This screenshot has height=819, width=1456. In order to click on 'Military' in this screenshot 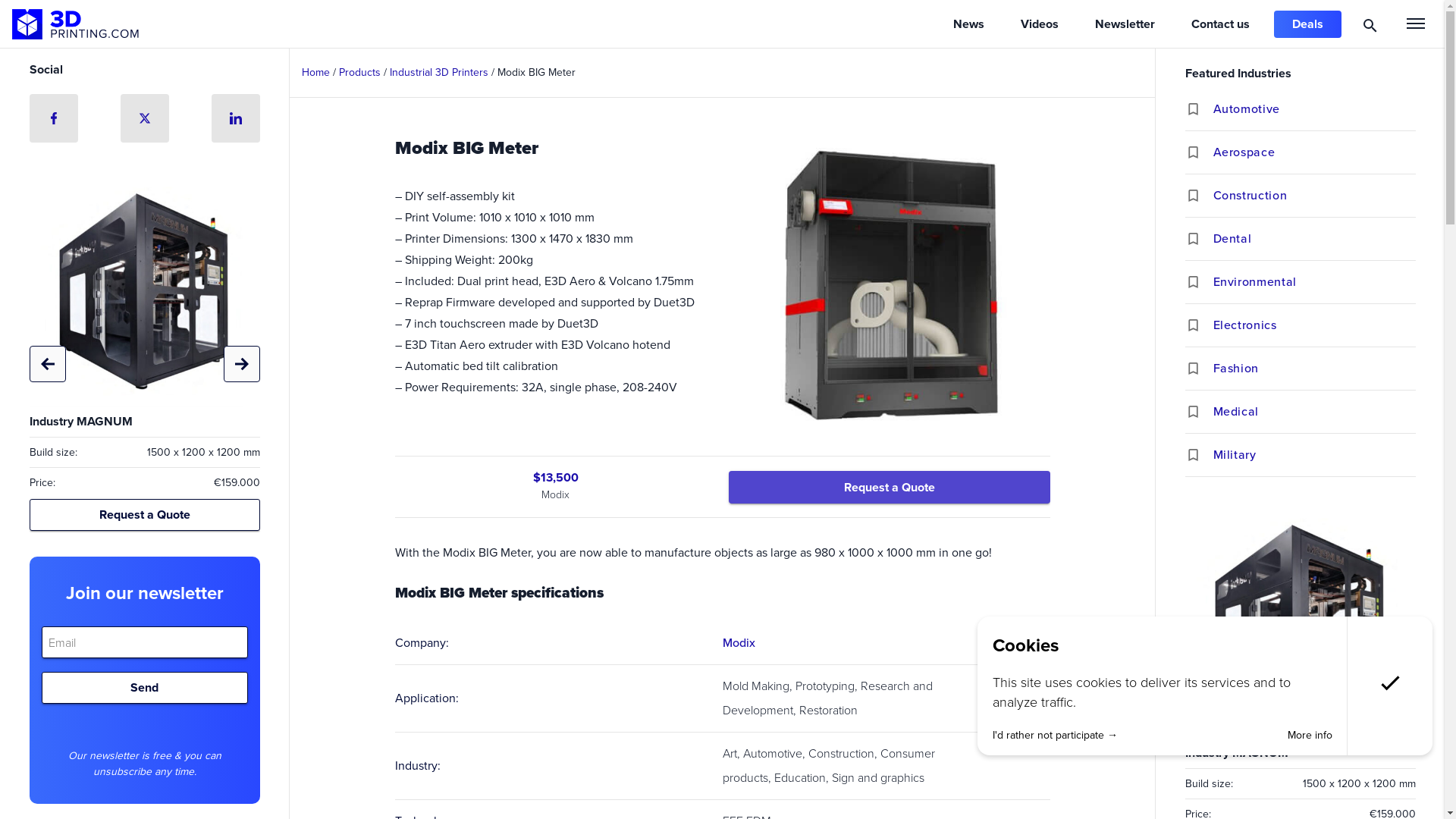, I will do `click(1212, 454)`.